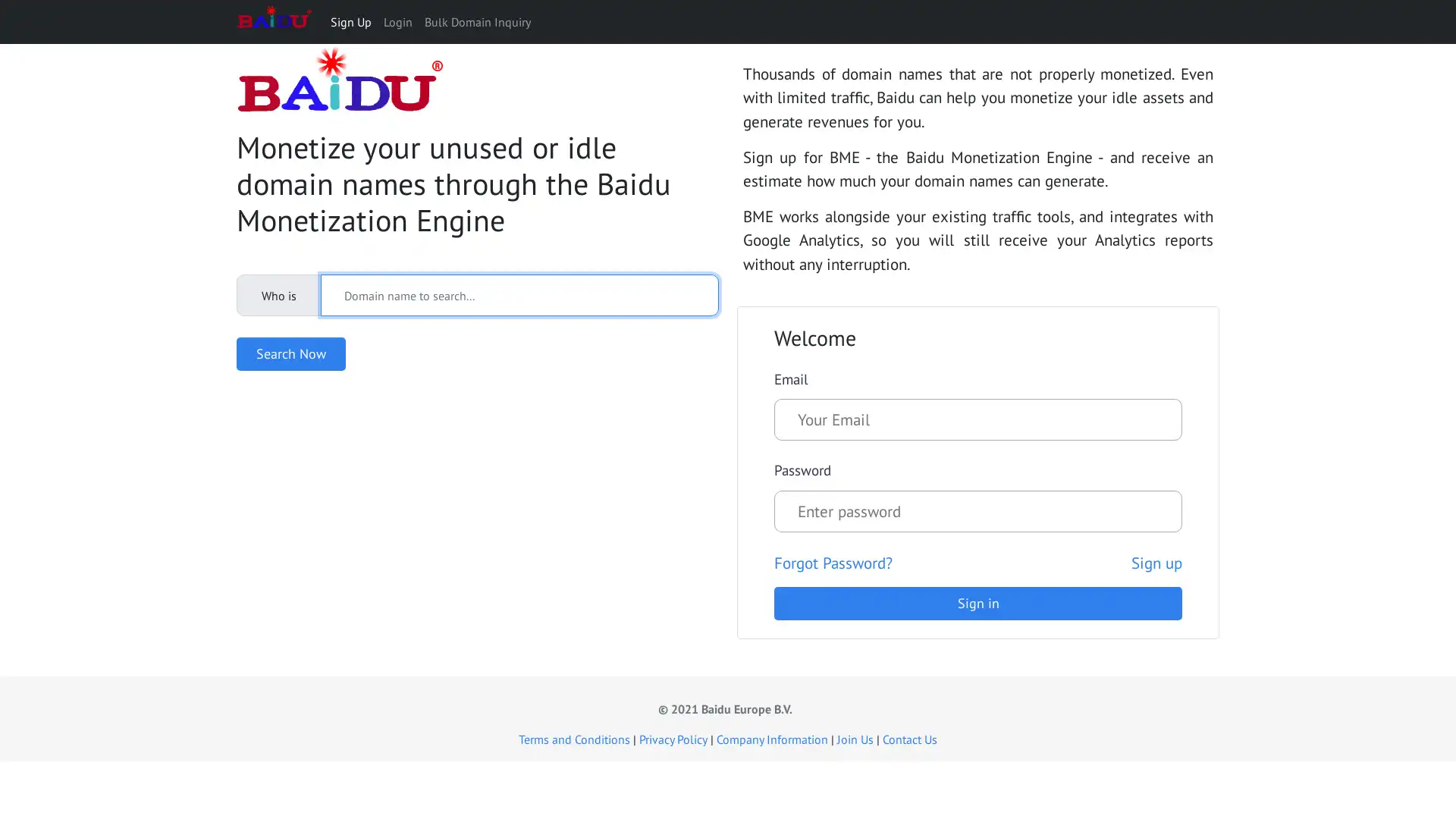  Describe the element at coordinates (291, 353) in the screenshot. I see `Search Now` at that location.